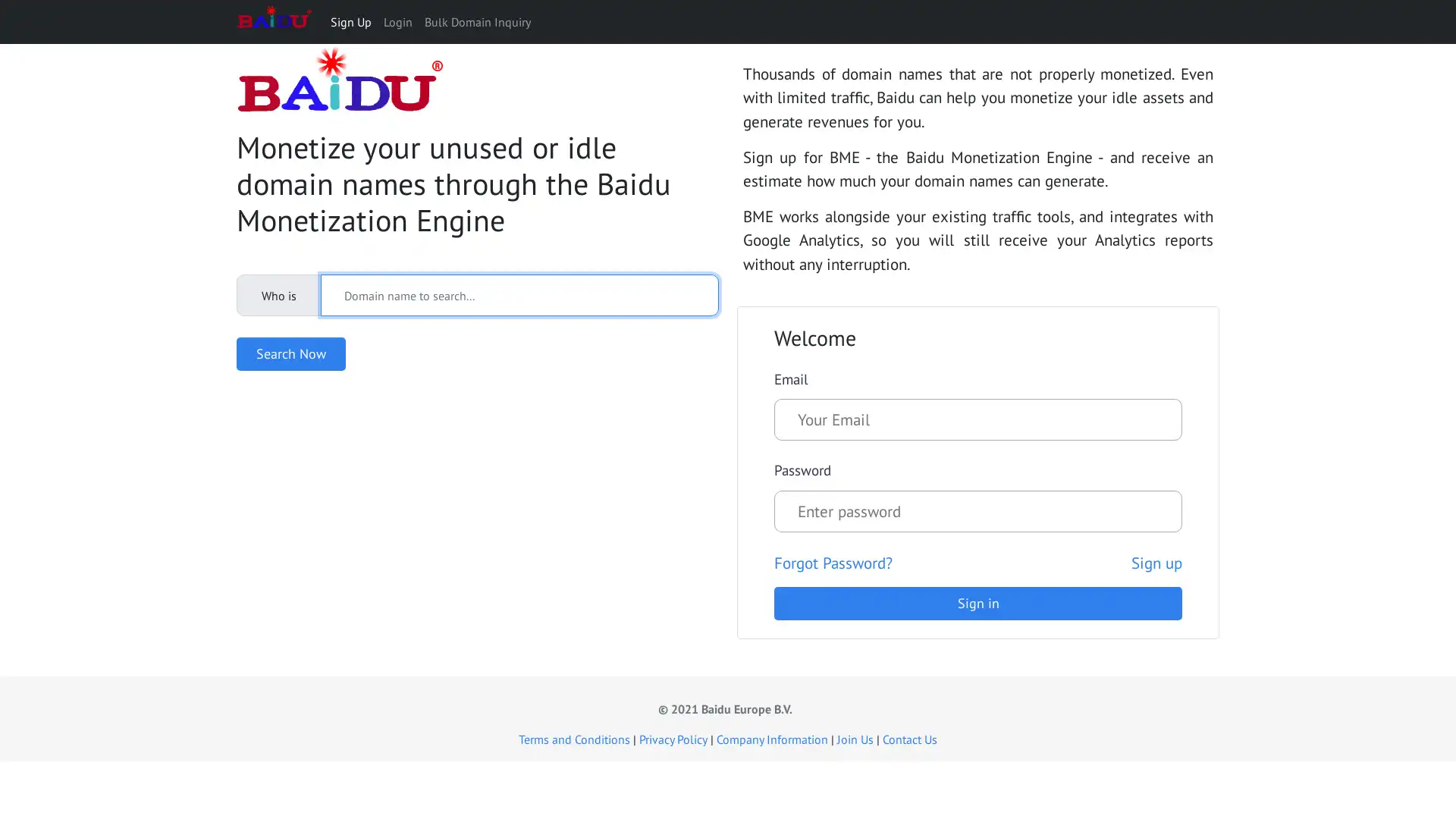  Describe the element at coordinates (291, 353) in the screenshot. I see `Search Now` at that location.